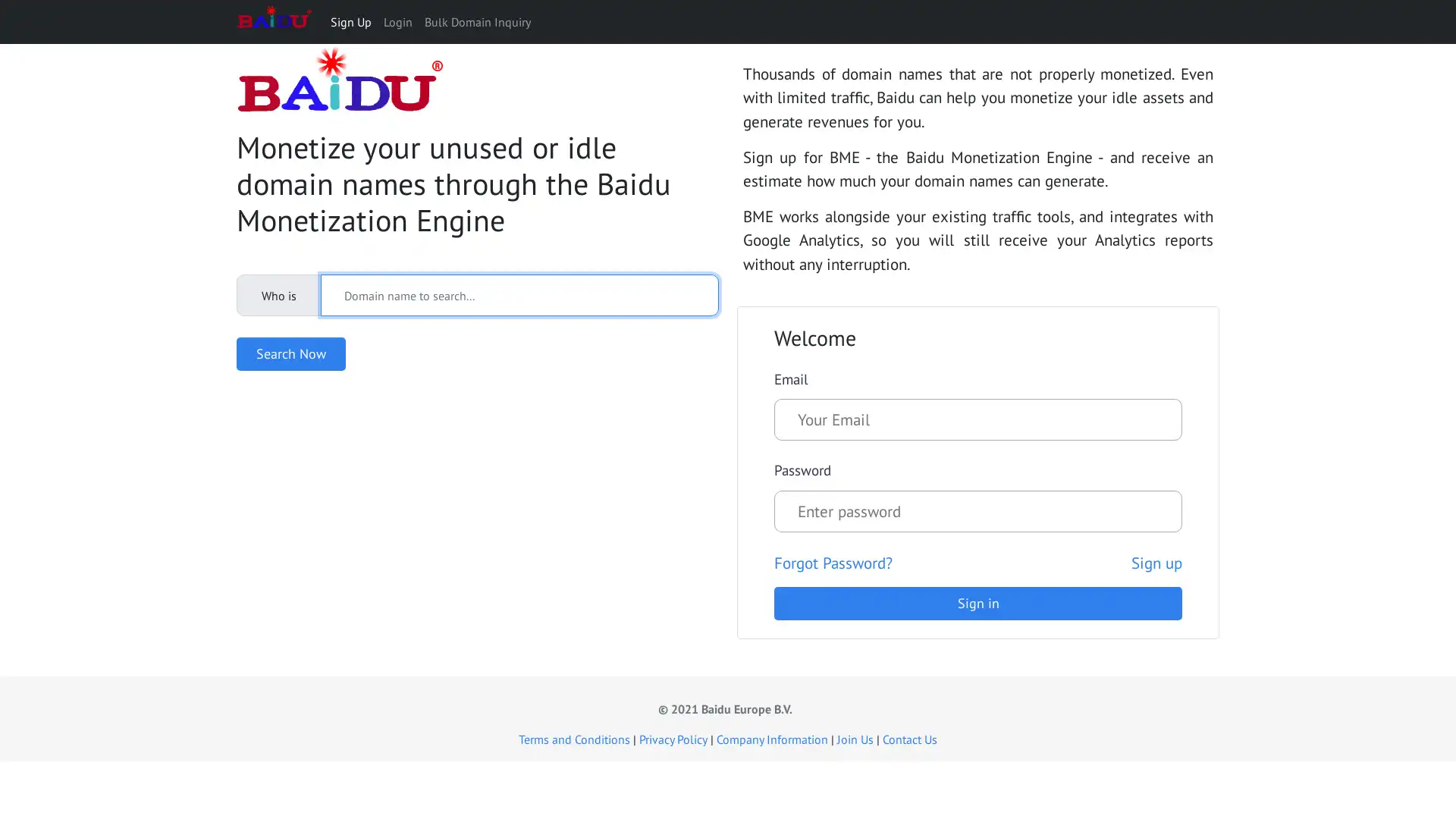  Describe the element at coordinates (291, 353) in the screenshot. I see `Search Now` at that location.